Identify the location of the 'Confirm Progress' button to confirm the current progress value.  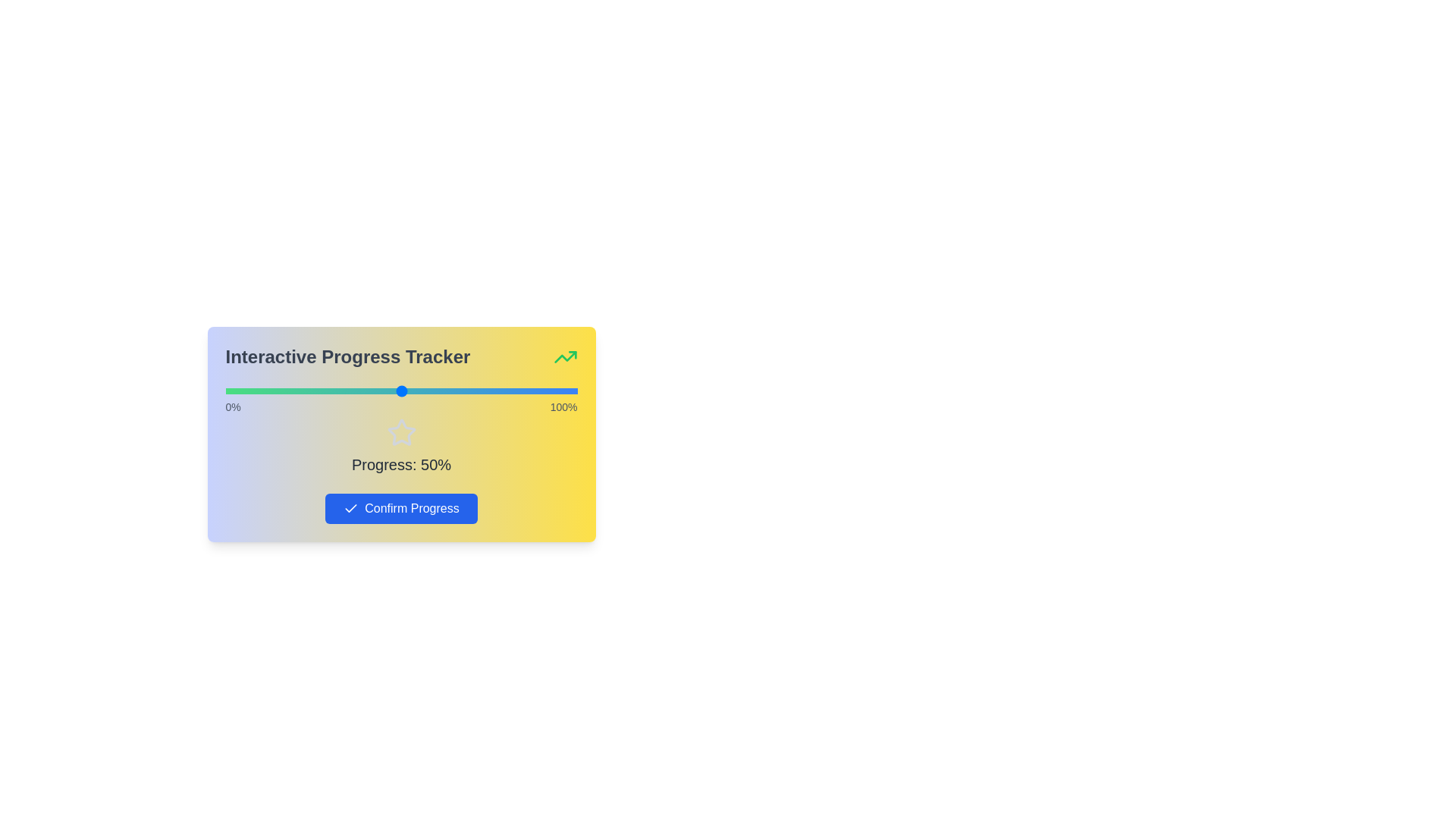
(401, 509).